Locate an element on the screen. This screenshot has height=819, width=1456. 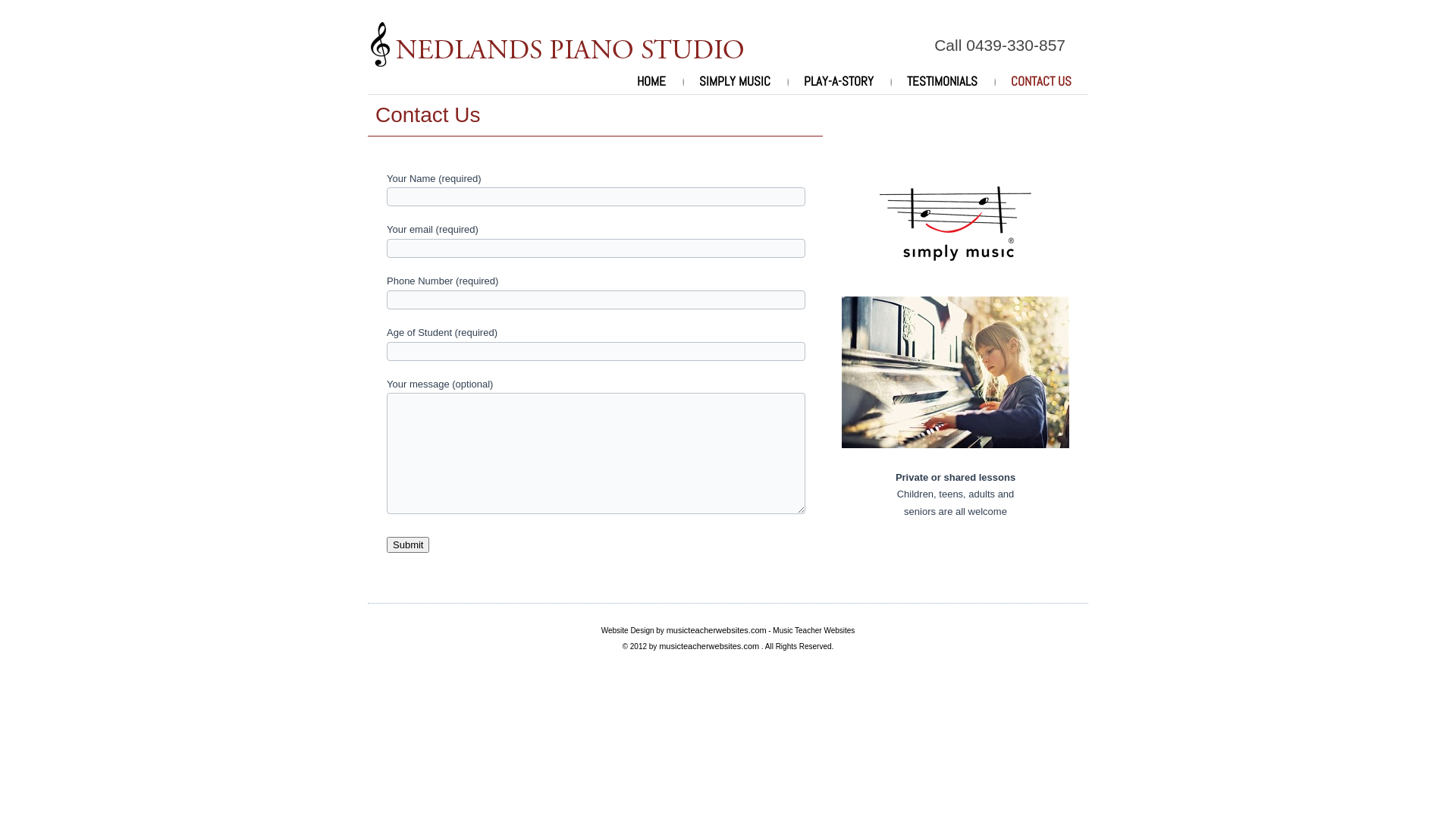
'SIMPLY MUSIC' is located at coordinates (735, 81).